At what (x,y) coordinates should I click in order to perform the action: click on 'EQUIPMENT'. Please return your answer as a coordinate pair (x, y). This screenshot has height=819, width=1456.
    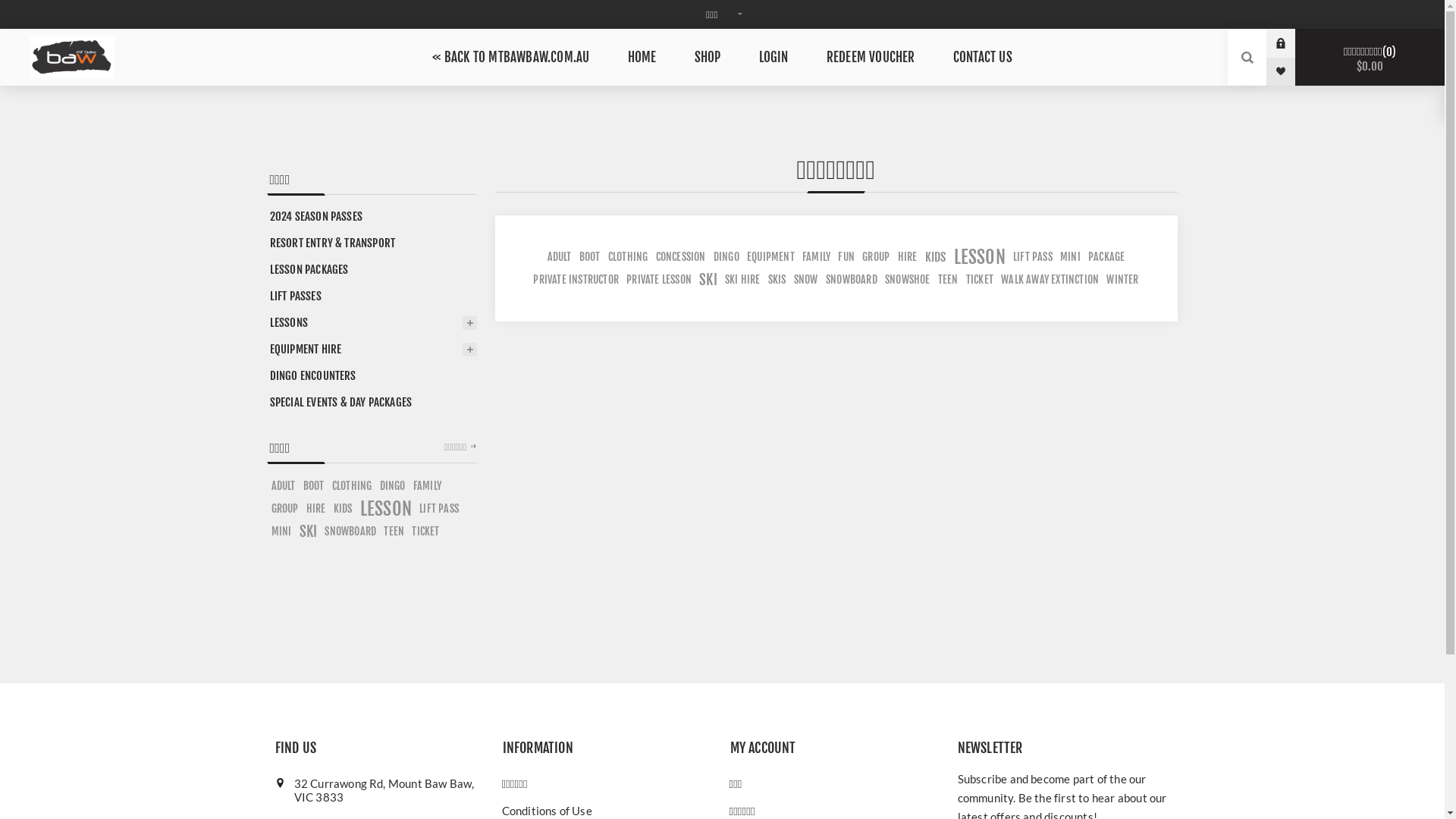
    Looking at the image, I should click on (770, 256).